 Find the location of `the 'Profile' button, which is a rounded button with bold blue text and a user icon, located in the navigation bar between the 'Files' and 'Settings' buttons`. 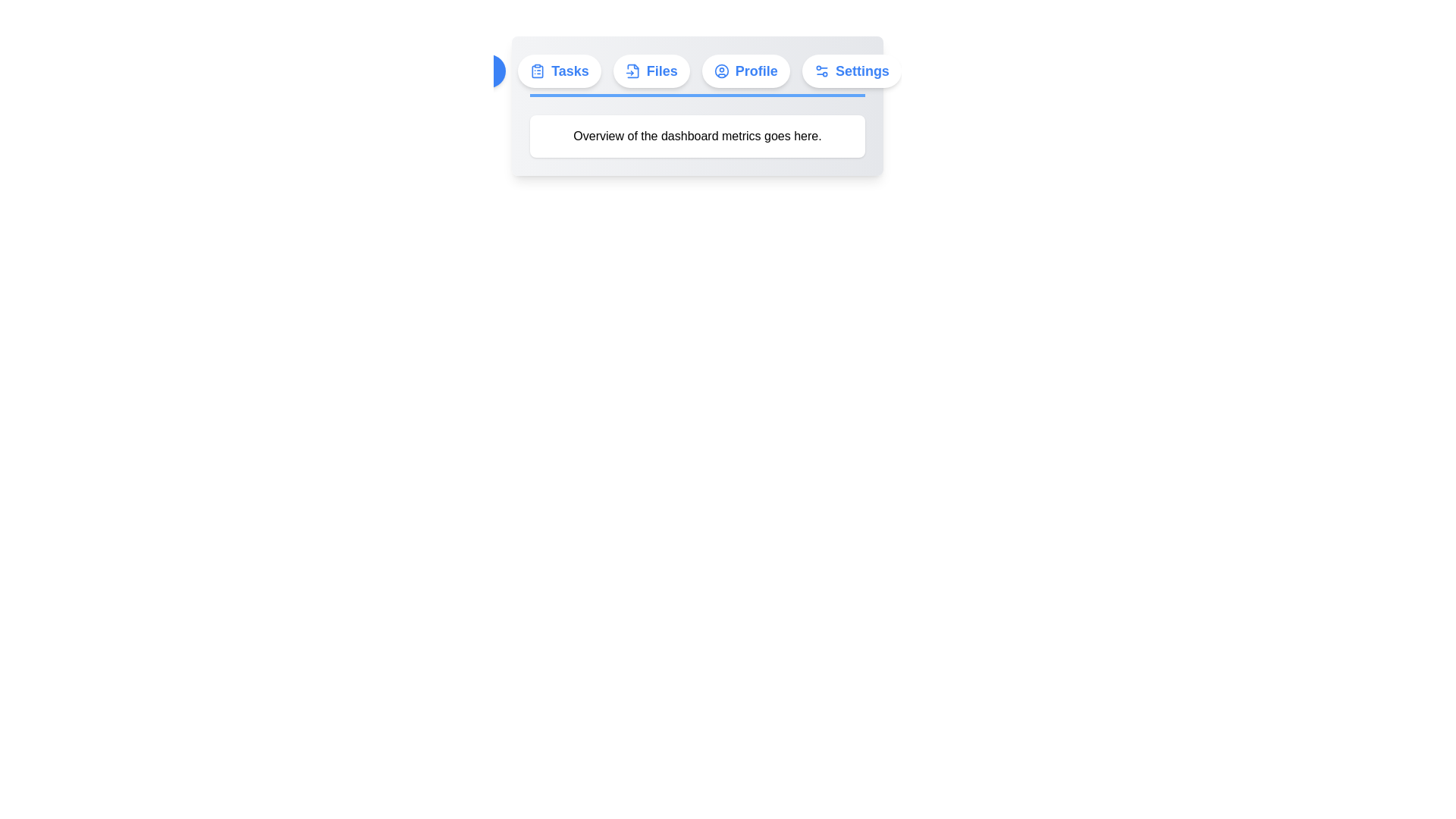

the 'Profile' button, which is a rounded button with bold blue text and a user icon, located in the navigation bar between the 'Files' and 'Settings' buttons is located at coordinates (745, 71).